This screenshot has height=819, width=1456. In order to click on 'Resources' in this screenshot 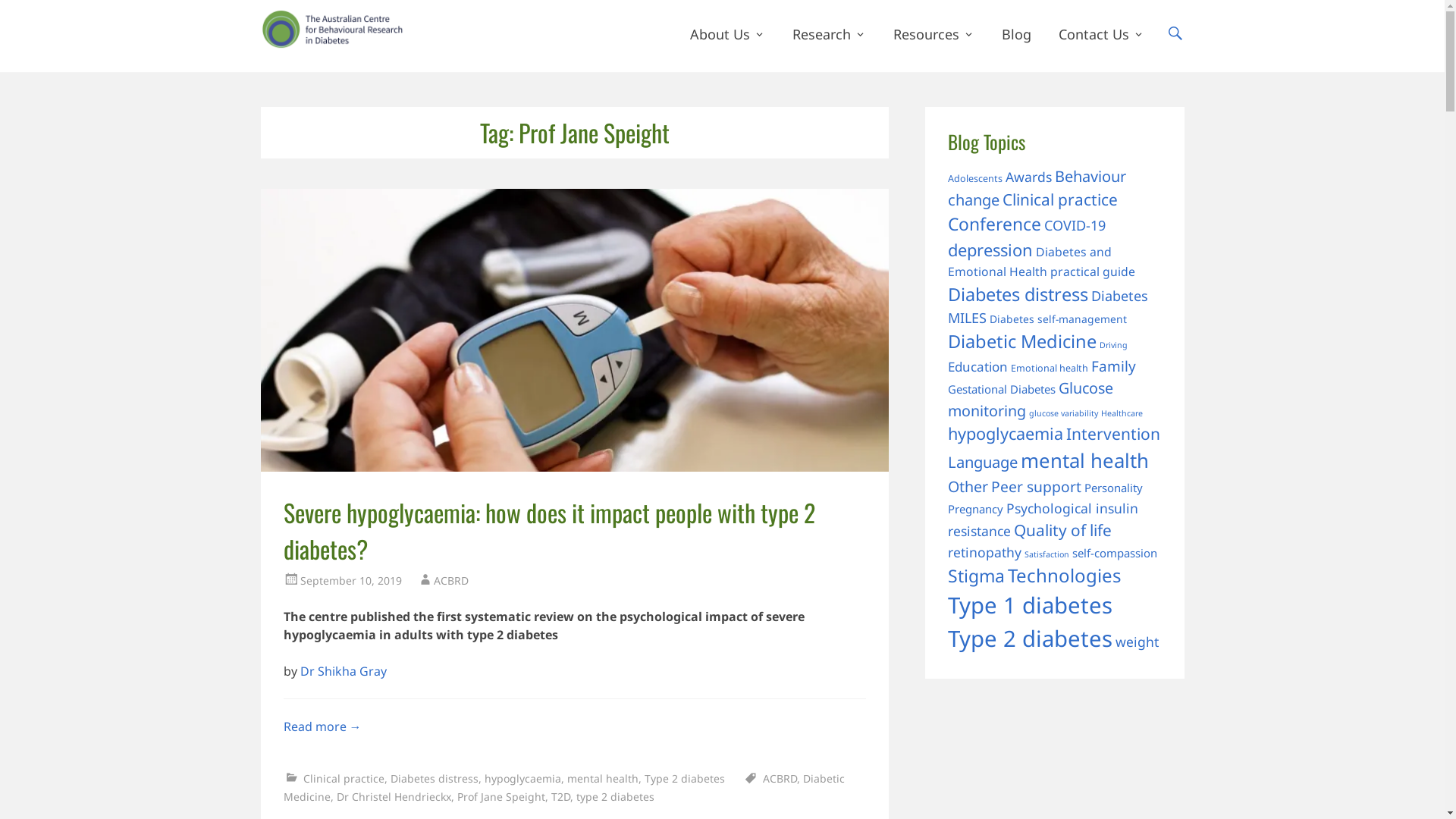, I will do `click(933, 34)`.